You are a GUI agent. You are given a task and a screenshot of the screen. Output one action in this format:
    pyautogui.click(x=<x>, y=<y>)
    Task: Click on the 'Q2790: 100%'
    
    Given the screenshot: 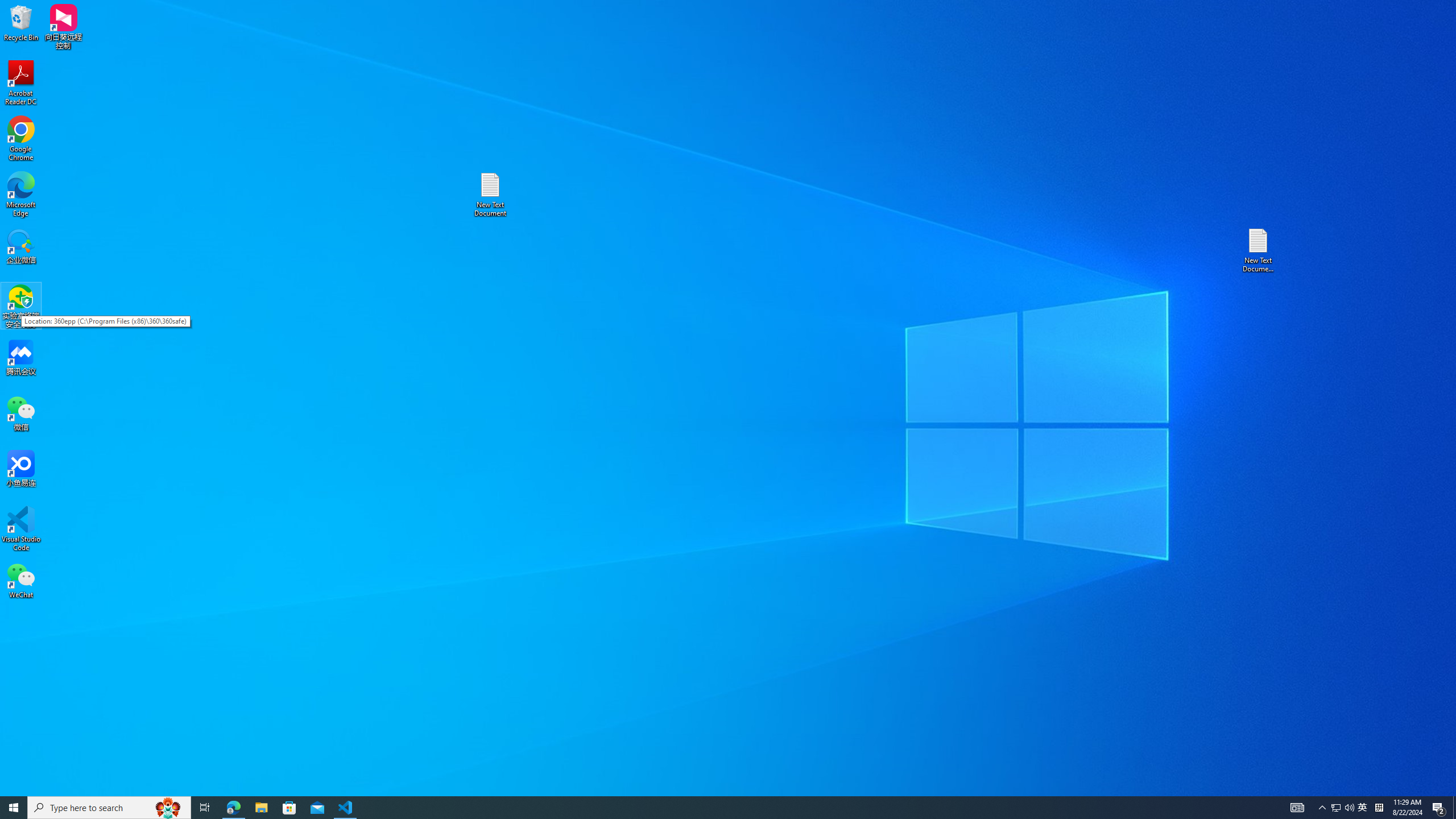 What is the action you would take?
    pyautogui.click(x=1349, y=806)
    